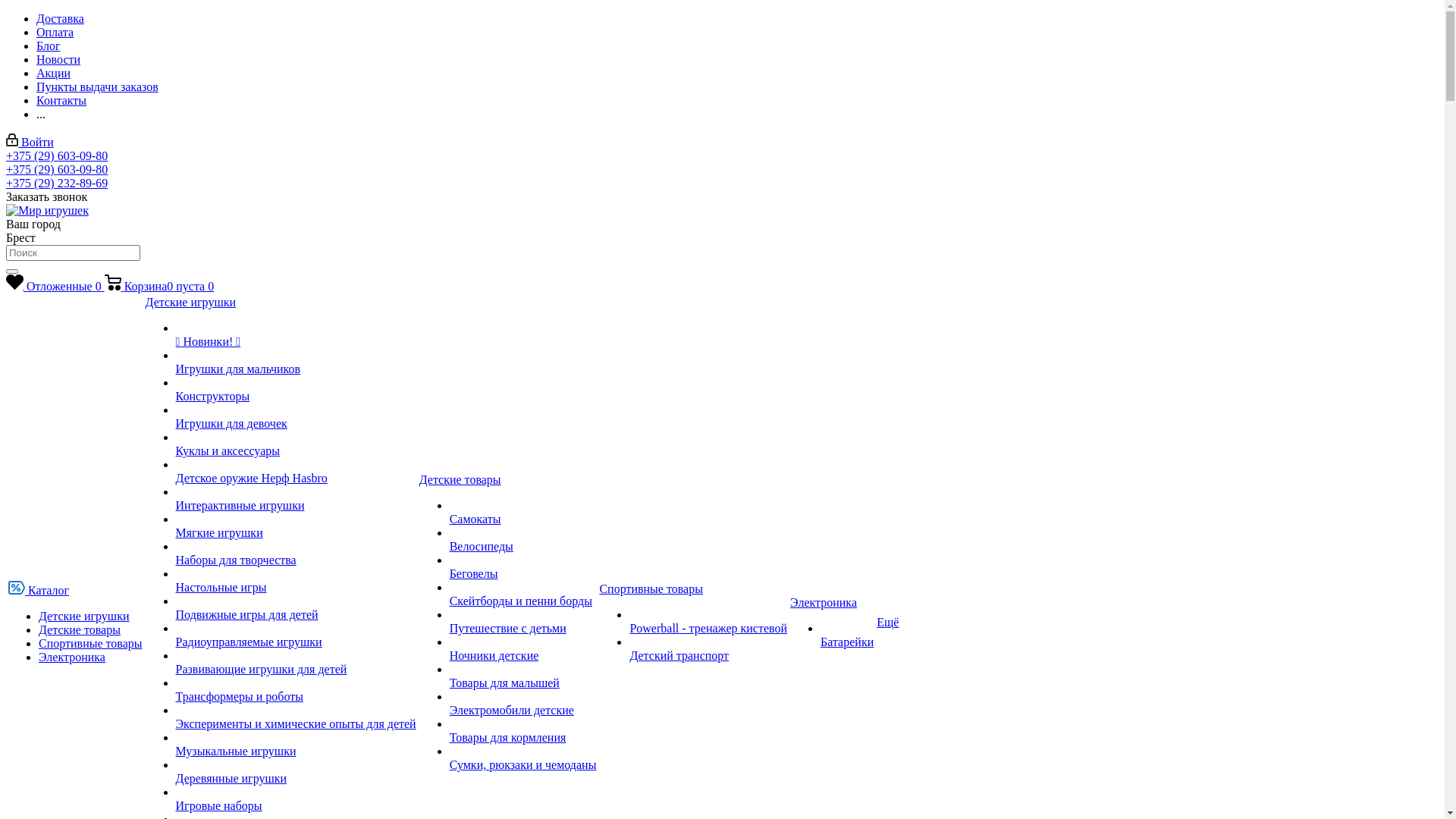 This screenshot has height=819, width=1456. I want to click on '+375 (29) 603-09-80', so click(57, 155).